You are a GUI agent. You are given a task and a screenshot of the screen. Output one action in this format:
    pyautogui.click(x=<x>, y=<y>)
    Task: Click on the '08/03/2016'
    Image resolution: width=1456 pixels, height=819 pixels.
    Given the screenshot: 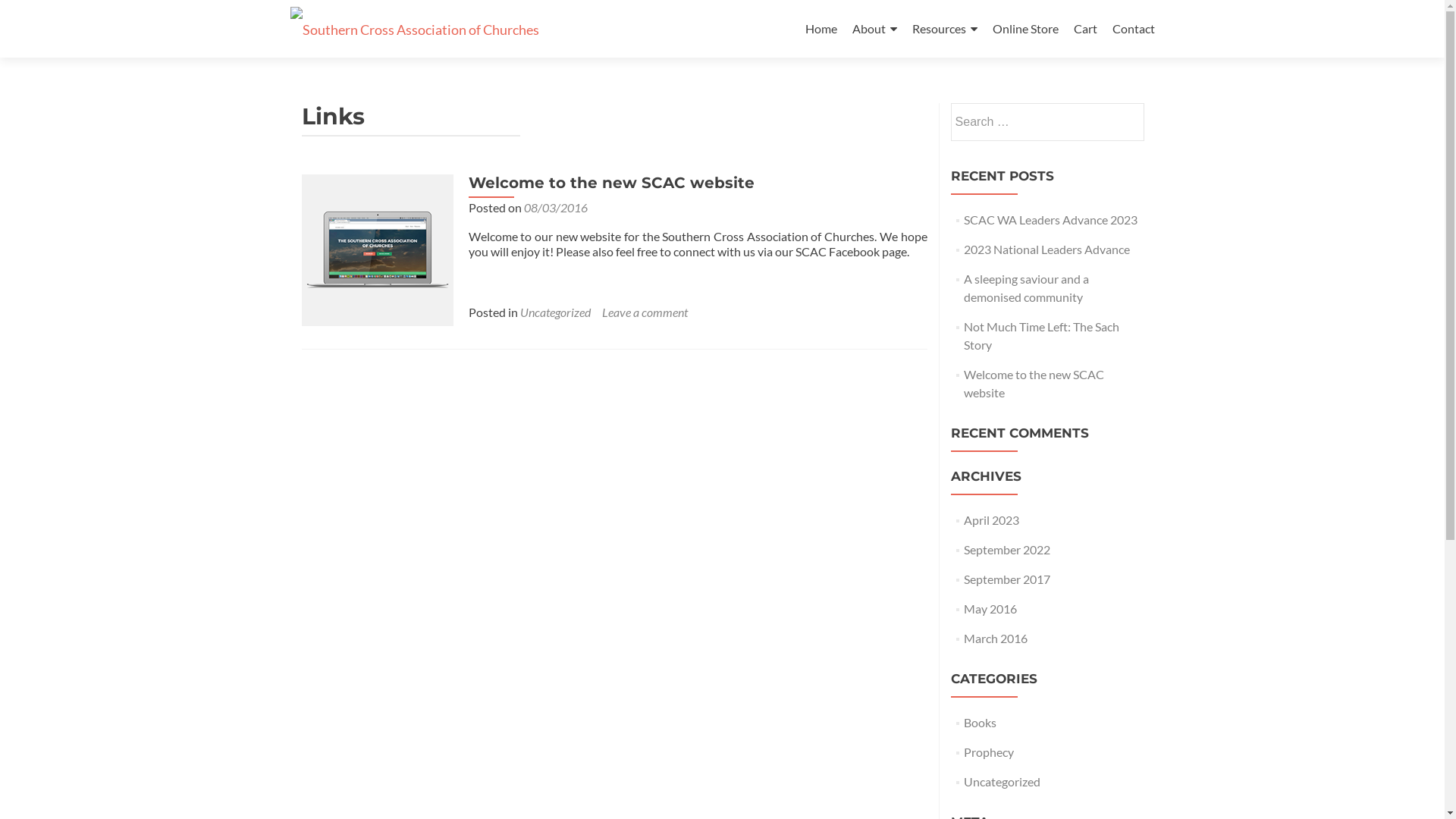 What is the action you would take?
    pyautogui.click(x=523, y=207)
    